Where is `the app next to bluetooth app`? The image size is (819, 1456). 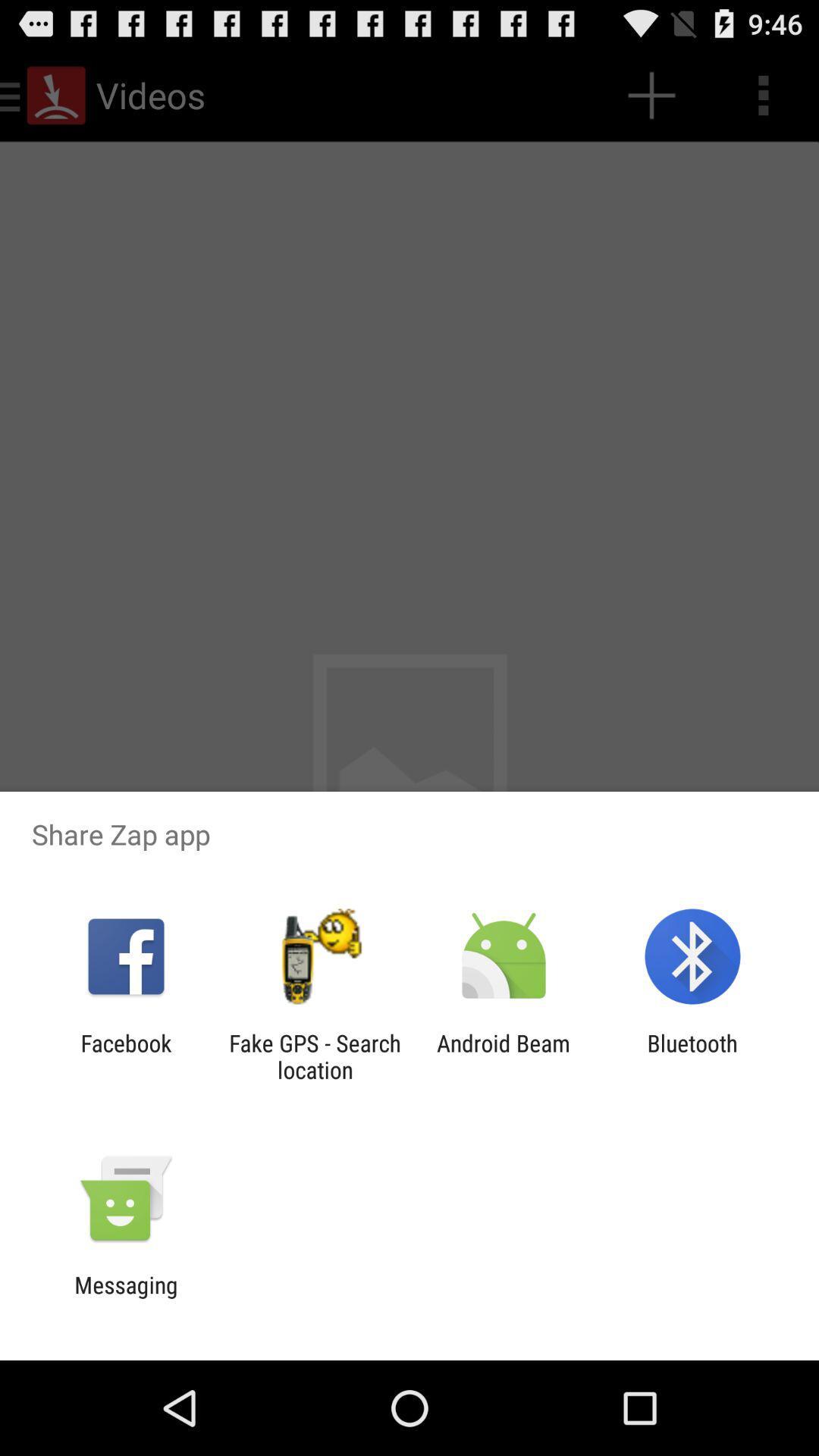
the app next to bluetooth app is located at coordinates (504, 1056).